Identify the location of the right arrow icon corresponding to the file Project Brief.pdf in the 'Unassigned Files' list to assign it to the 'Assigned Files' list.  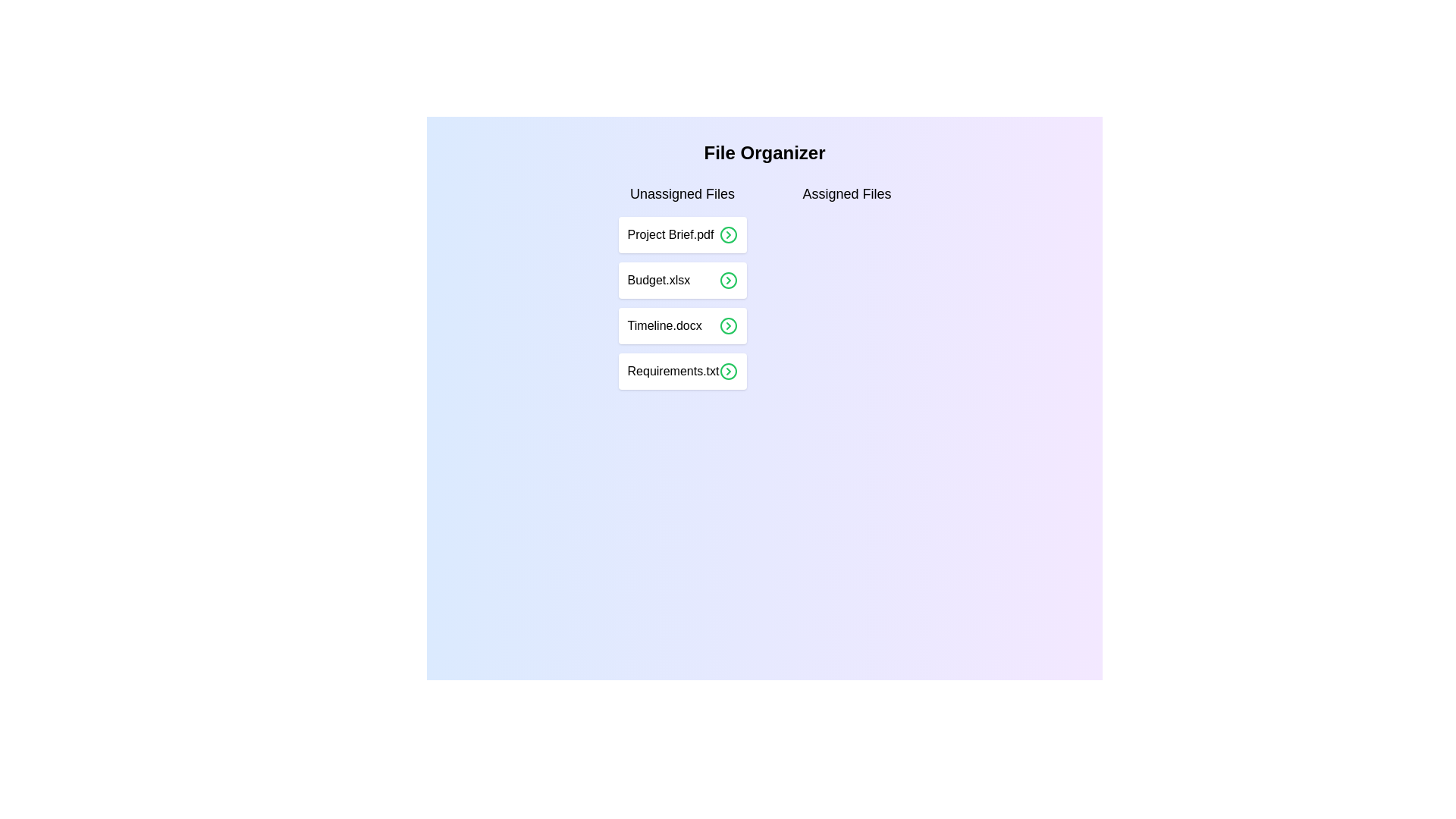
(728, 234).